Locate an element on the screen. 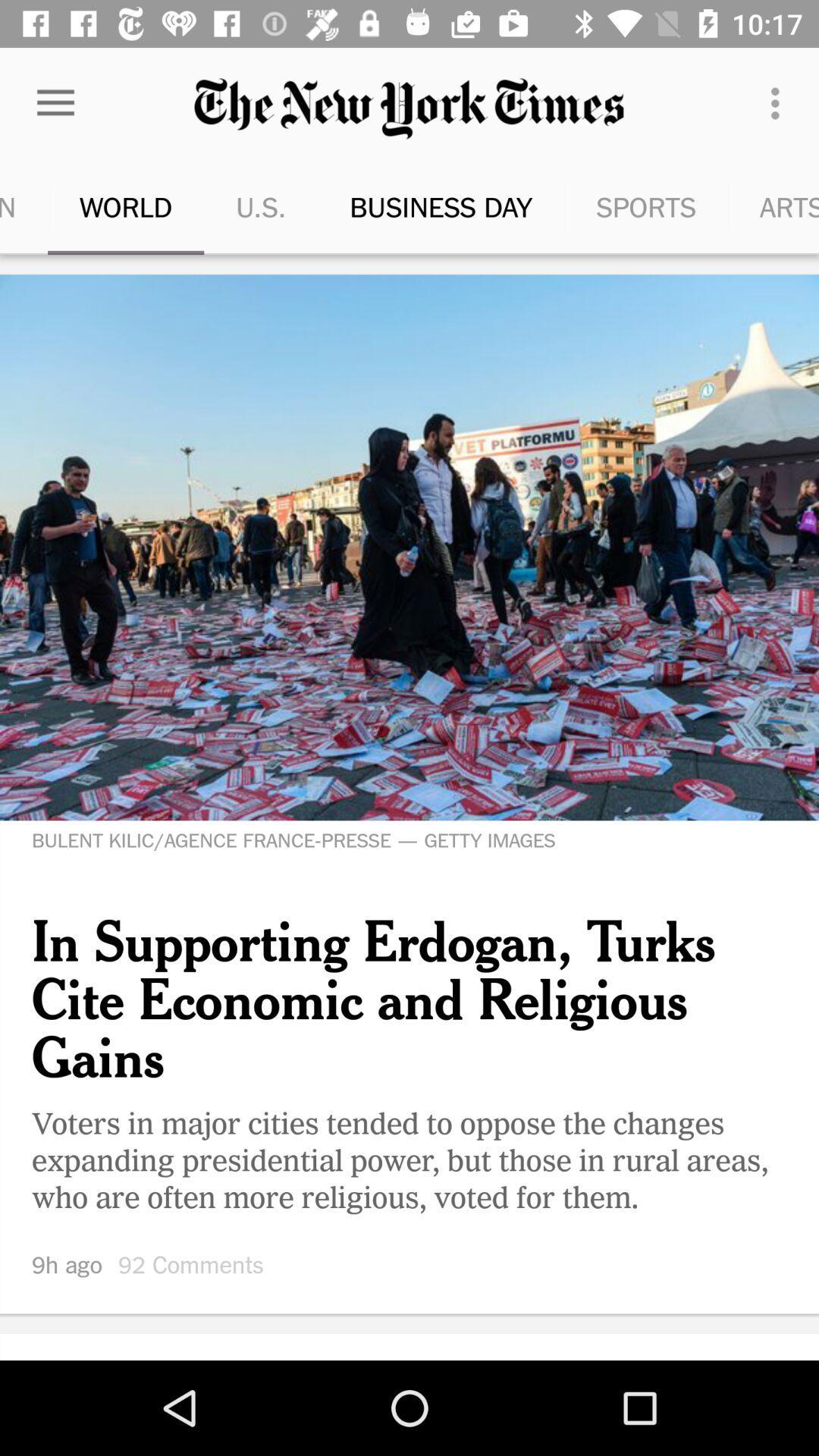 The height and width of the screenshot is (1456, 819). the item to the right of business day item is located at coordinates (607, 206).